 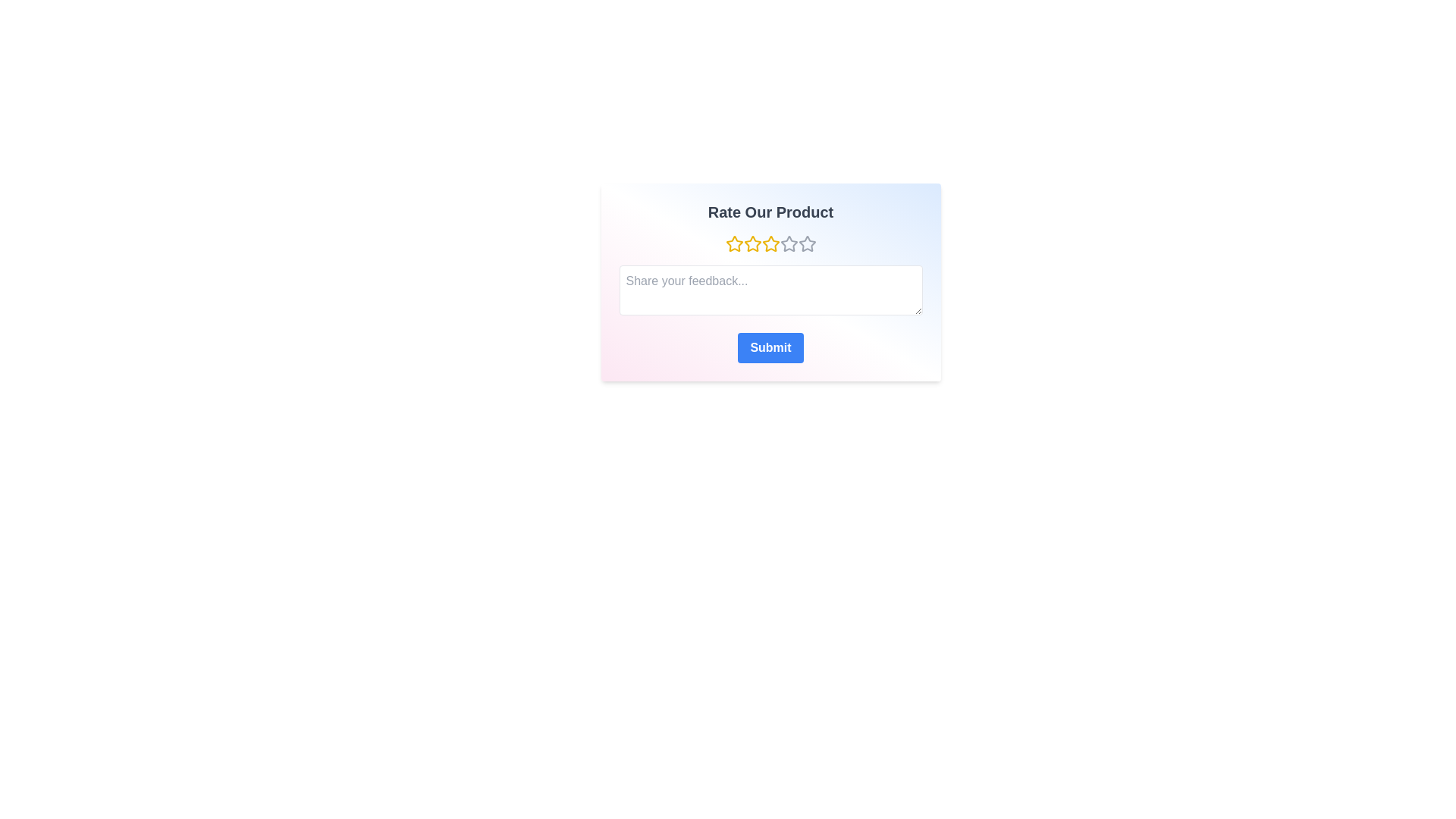 I want to click on the star corresponding to 1 to preview the rating, so click(x=734, y=243).